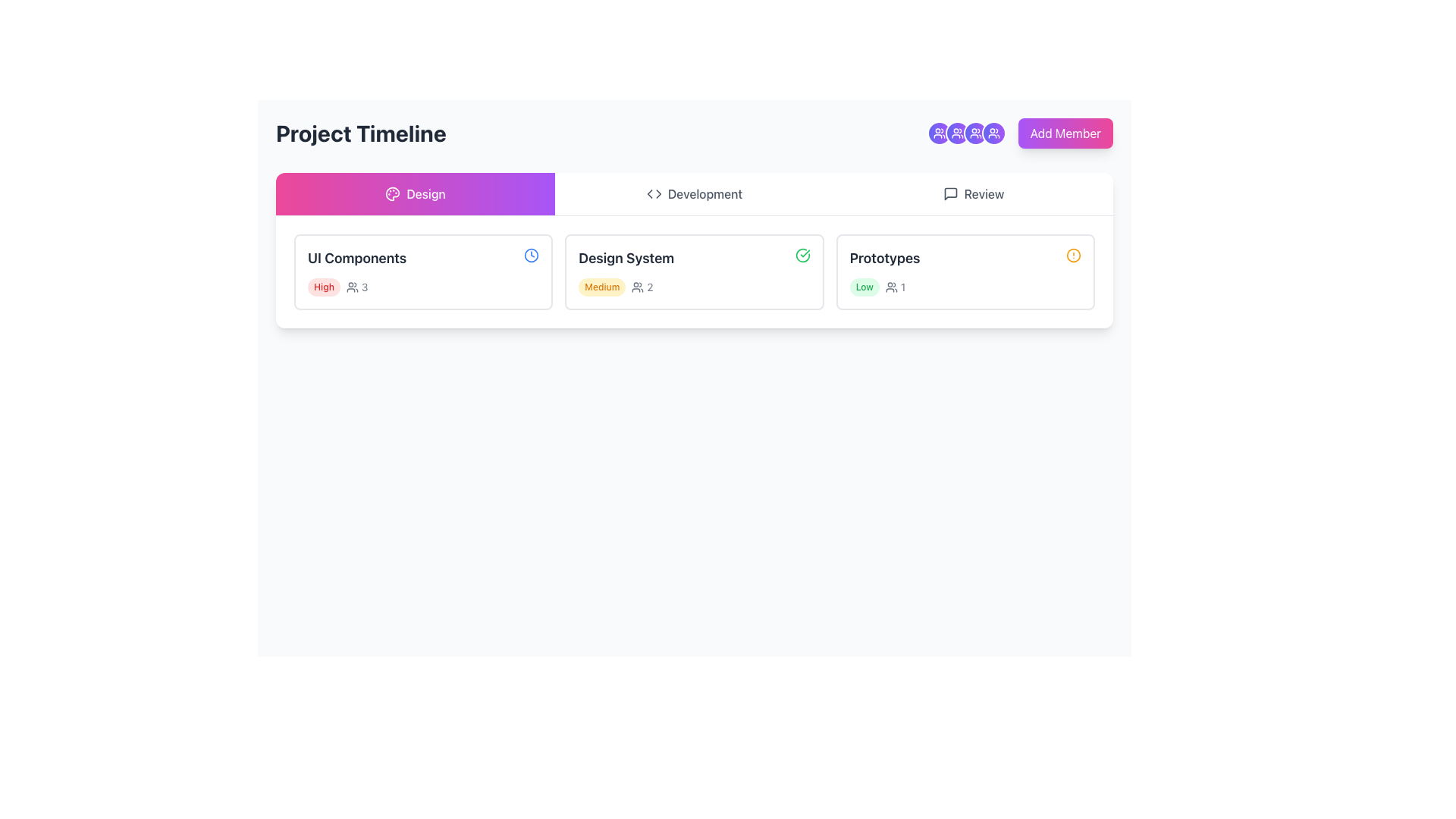  What do you see at coordinates (1073, 254) in the screenshot?
I see `status notification icon adjacent to the 'Prototypes' text by clicking on it` at bounding box center [1073, 254].